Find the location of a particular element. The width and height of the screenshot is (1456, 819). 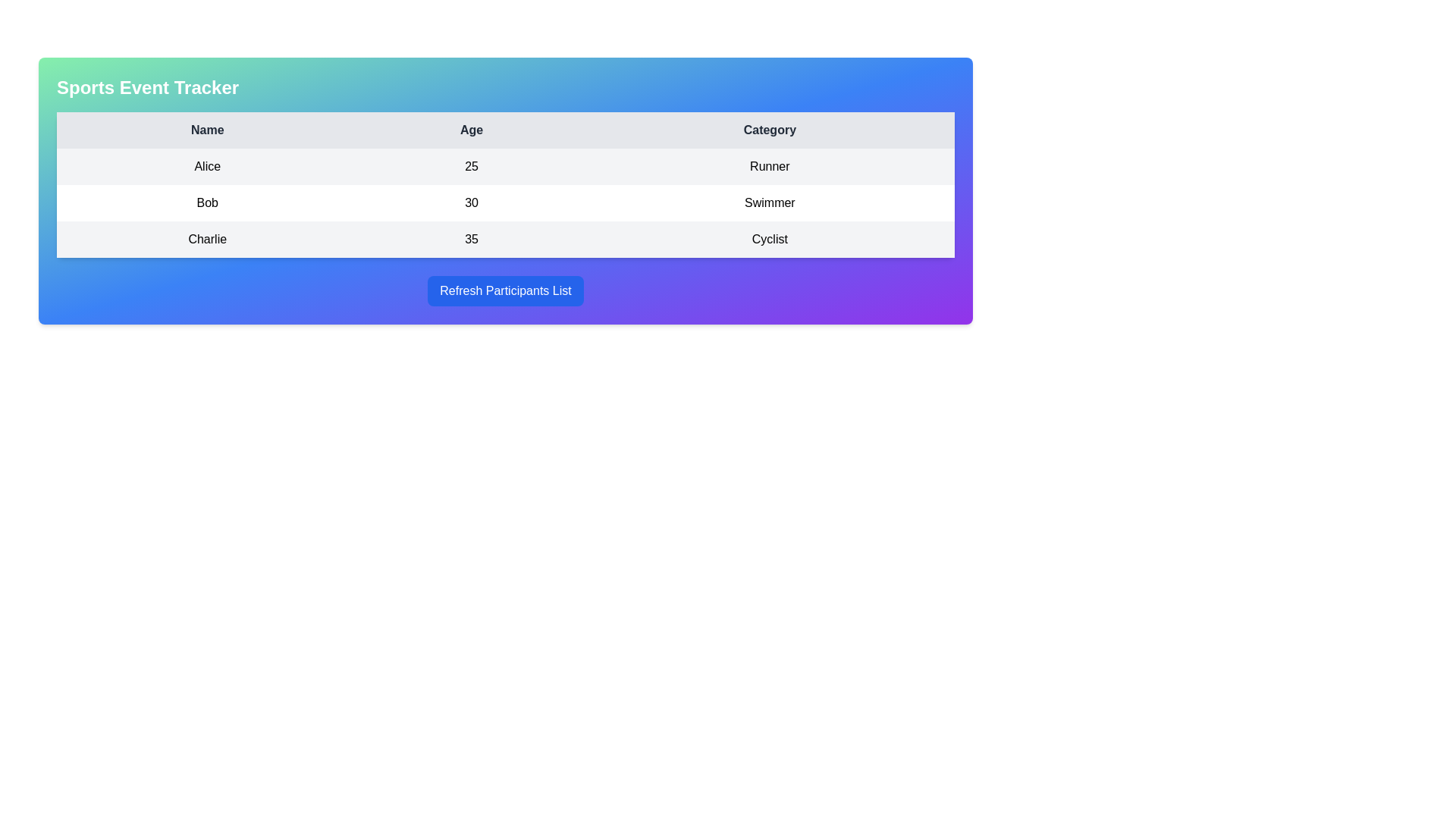

the refresh button located below the participant information table to observe hover effects is located at coordinates (506, 291).